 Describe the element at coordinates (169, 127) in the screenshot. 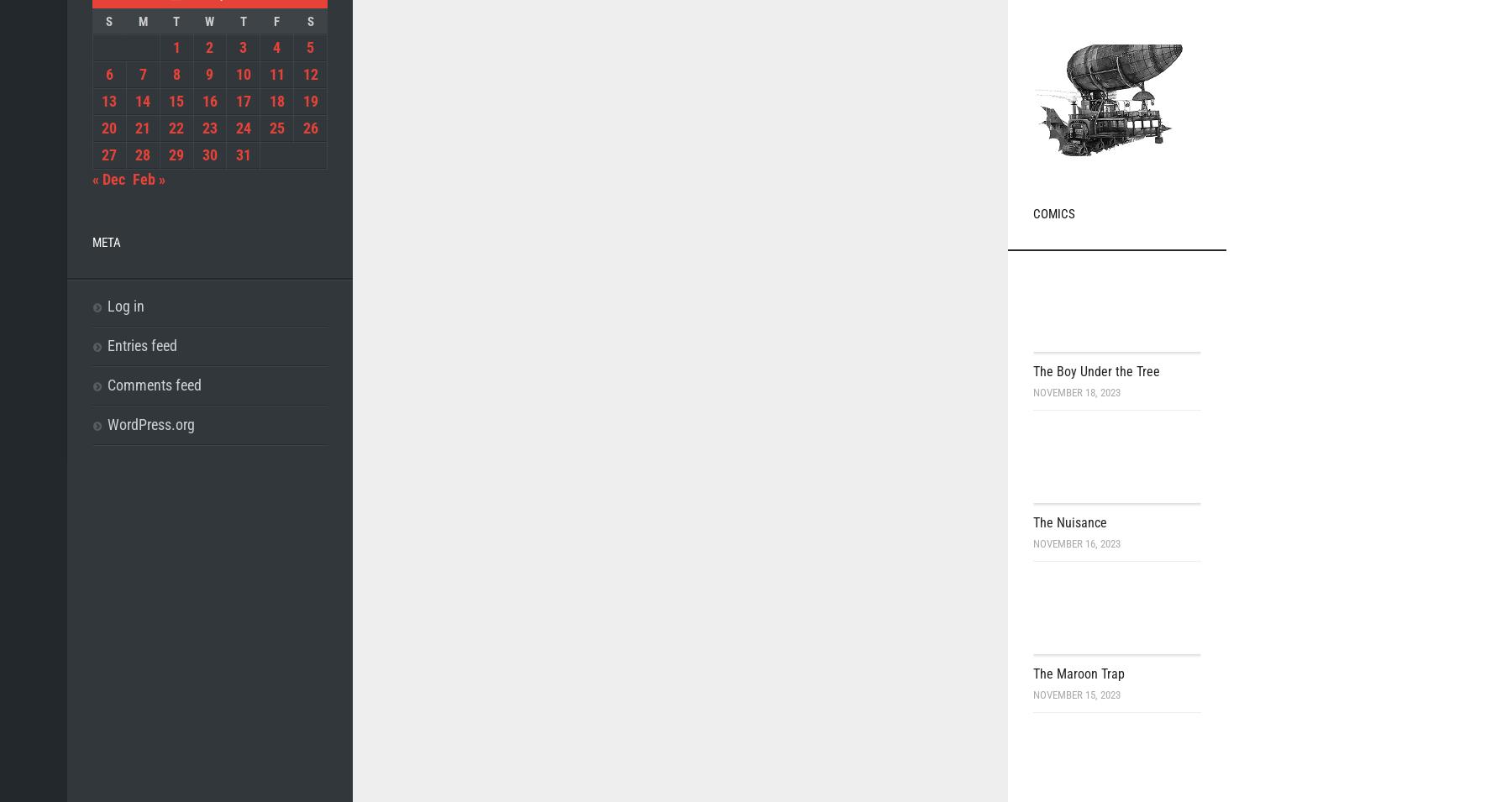

I see `'22'` at that location.